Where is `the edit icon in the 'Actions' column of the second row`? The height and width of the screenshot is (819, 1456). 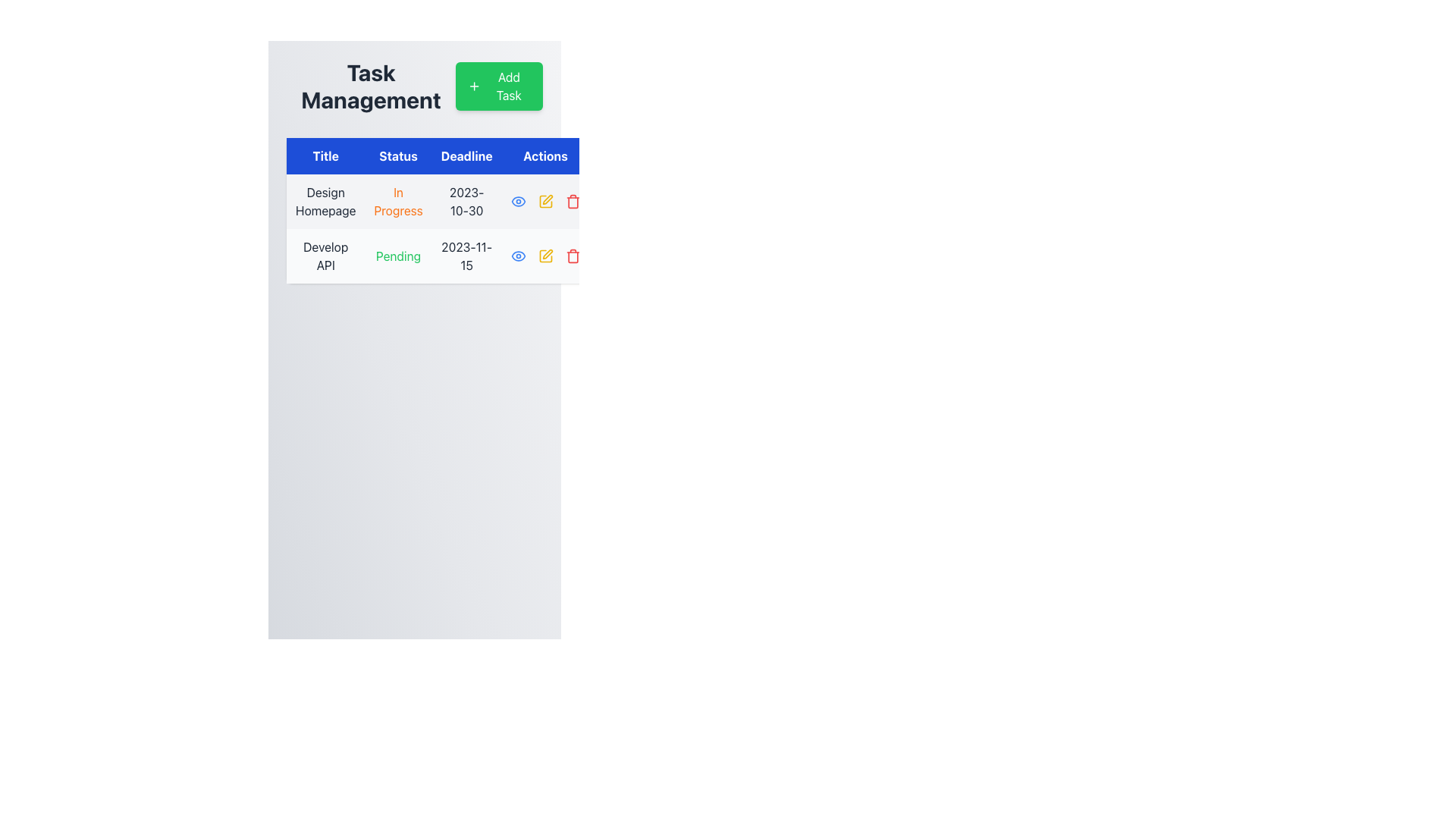 the edit icon in the 'Actions' column of the second row is located at coordinates (545, 201).